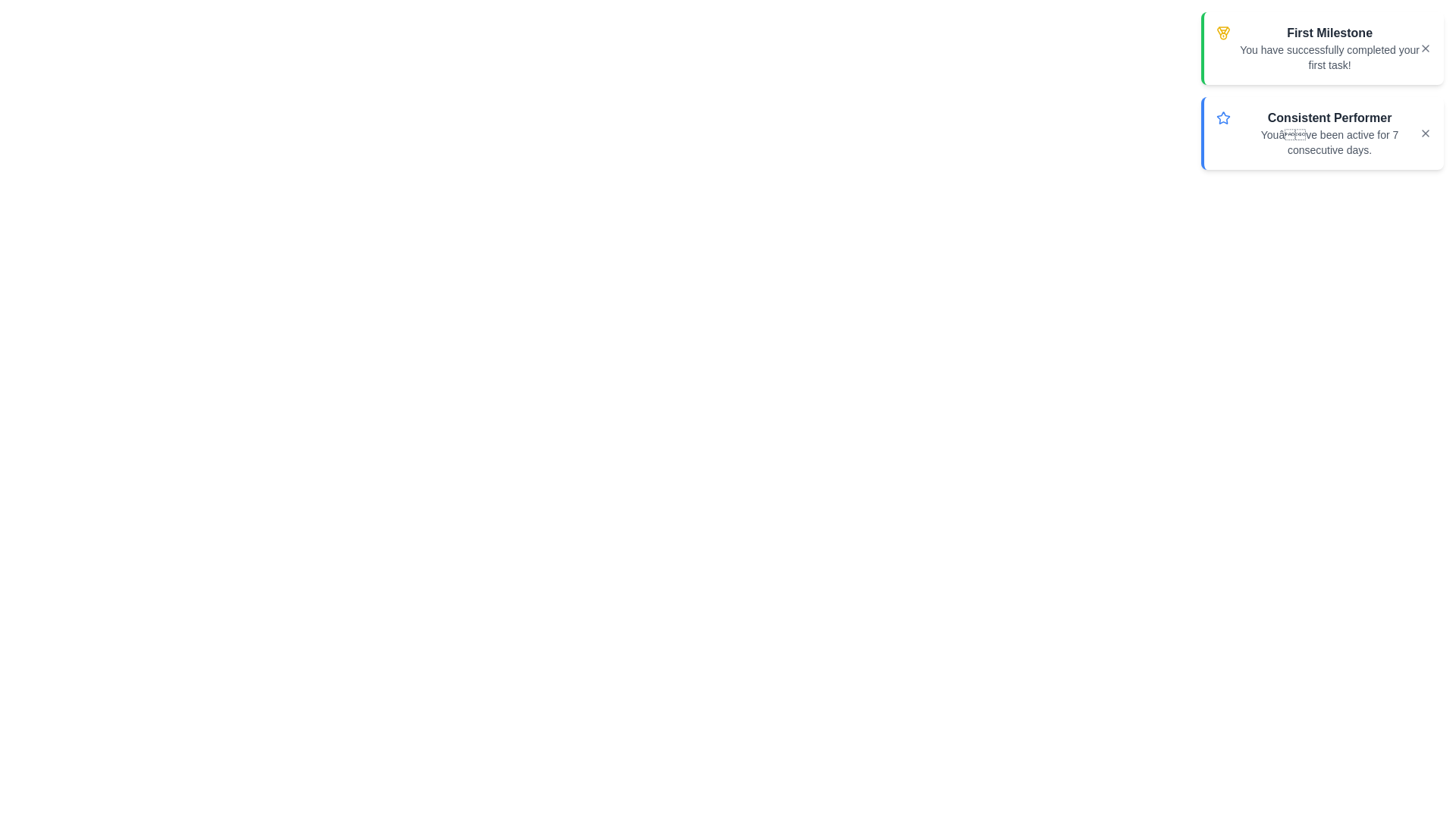 The height and width of the screenshot is (819, 1456). What do you see at coordinates (1222, 117) in the screenshot?
I see `the icon for the achievement titled Consistent Performer` at bounding box center [1222, 117].